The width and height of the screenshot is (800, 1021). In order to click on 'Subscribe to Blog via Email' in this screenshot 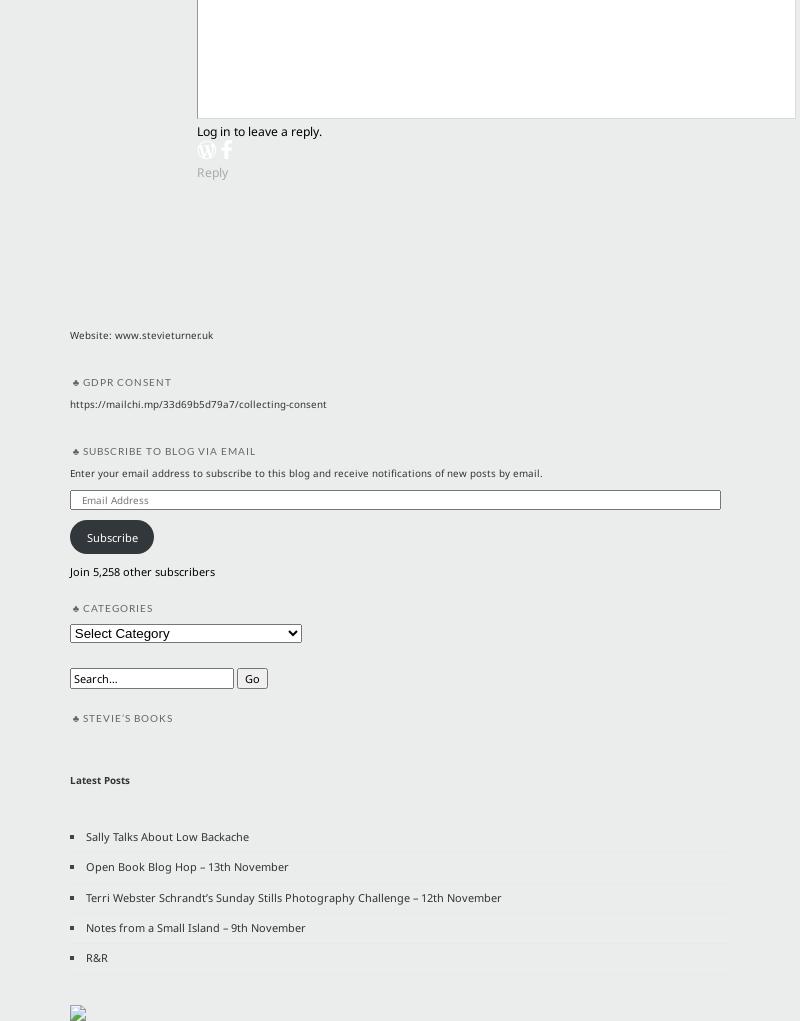, I will do `click(167, 449)`.